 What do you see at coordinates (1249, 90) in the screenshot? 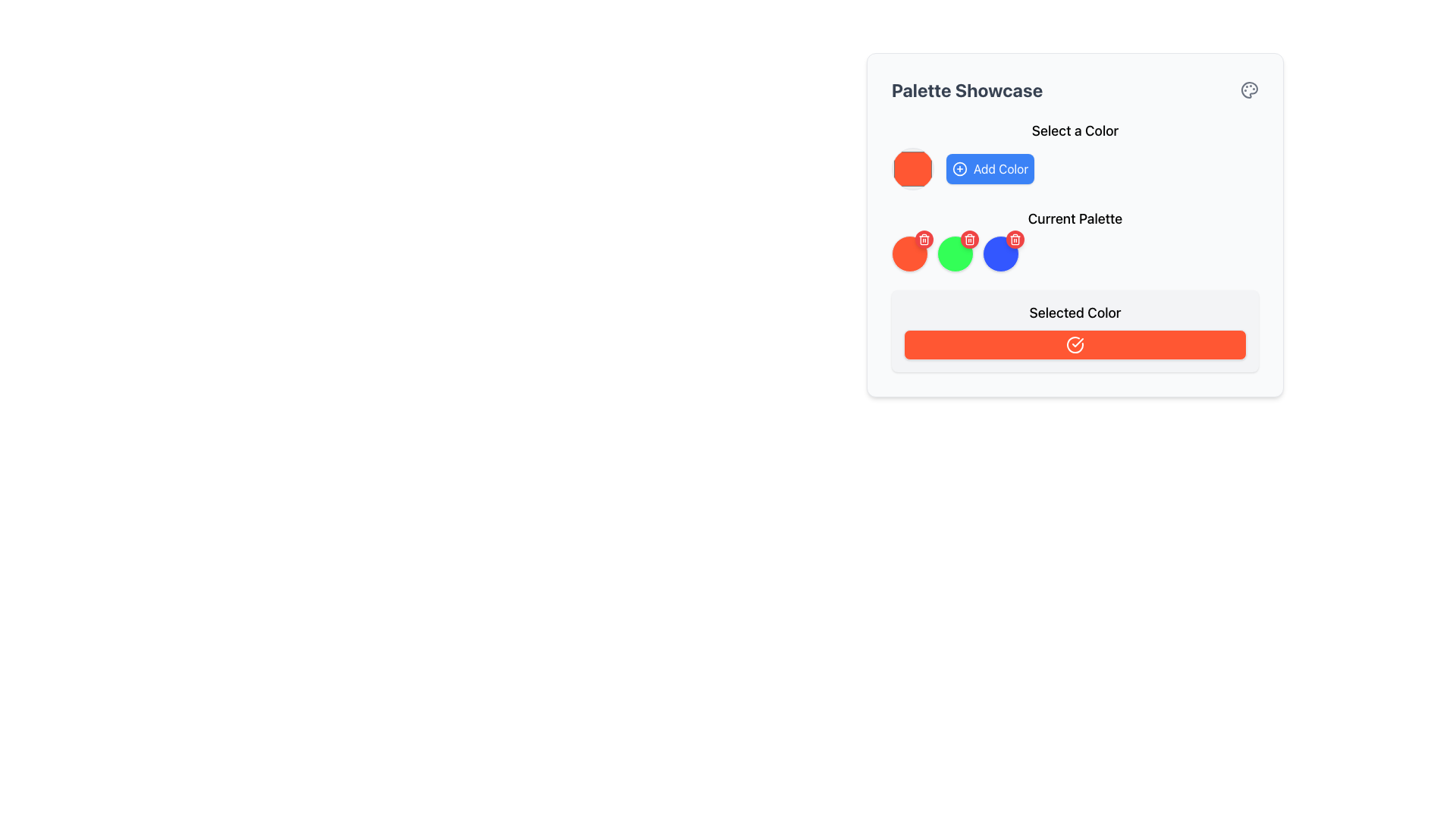
I see `the small painter's palette icon located to the far right of the 'Palette Showcase' header` at bounding box center [1249, 90].